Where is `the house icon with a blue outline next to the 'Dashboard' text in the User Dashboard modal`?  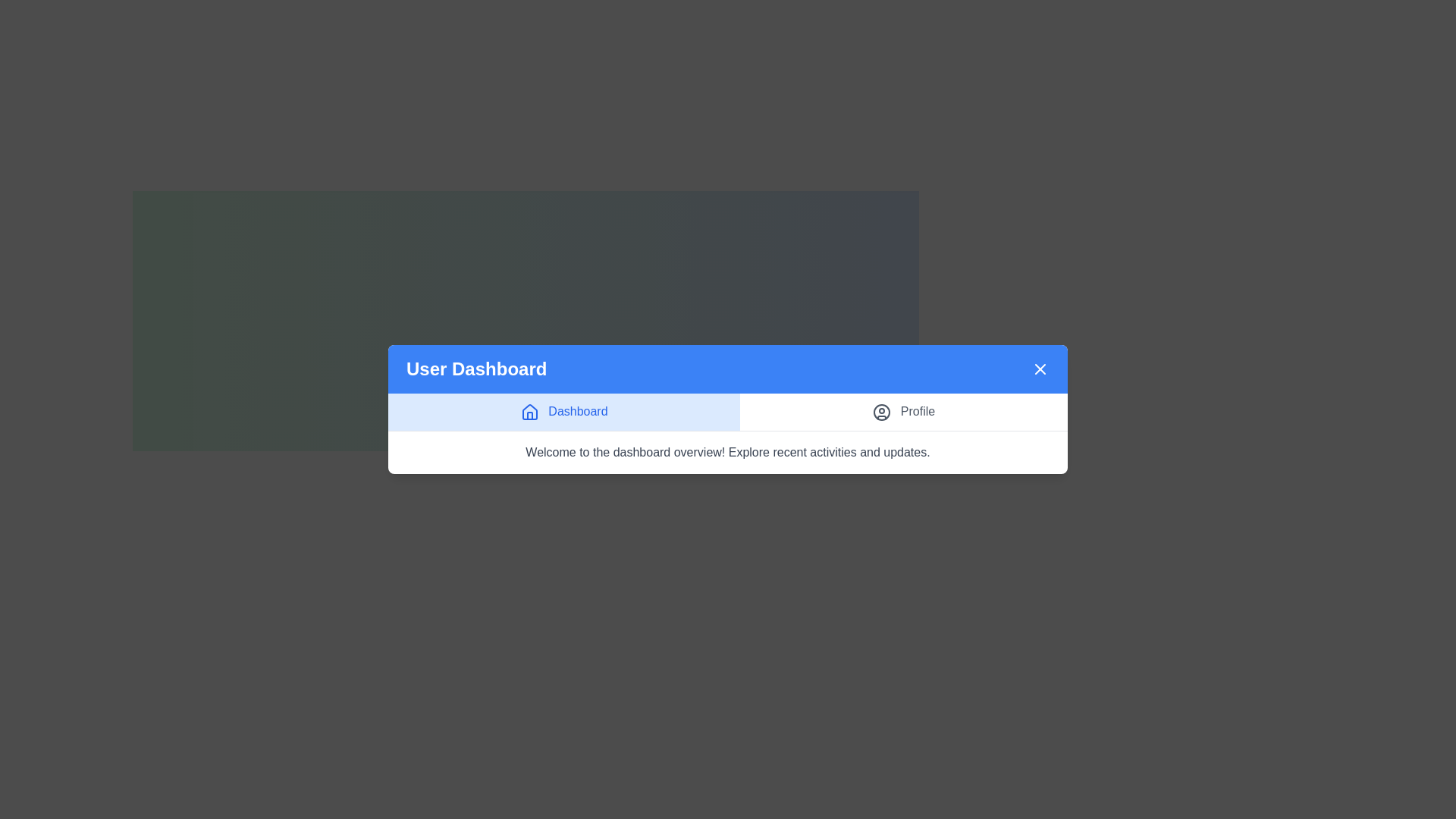
the house icon with a blue outline next to the 'Dashboard' text in the User Dashboard modal is located at coordinates (529, 412).